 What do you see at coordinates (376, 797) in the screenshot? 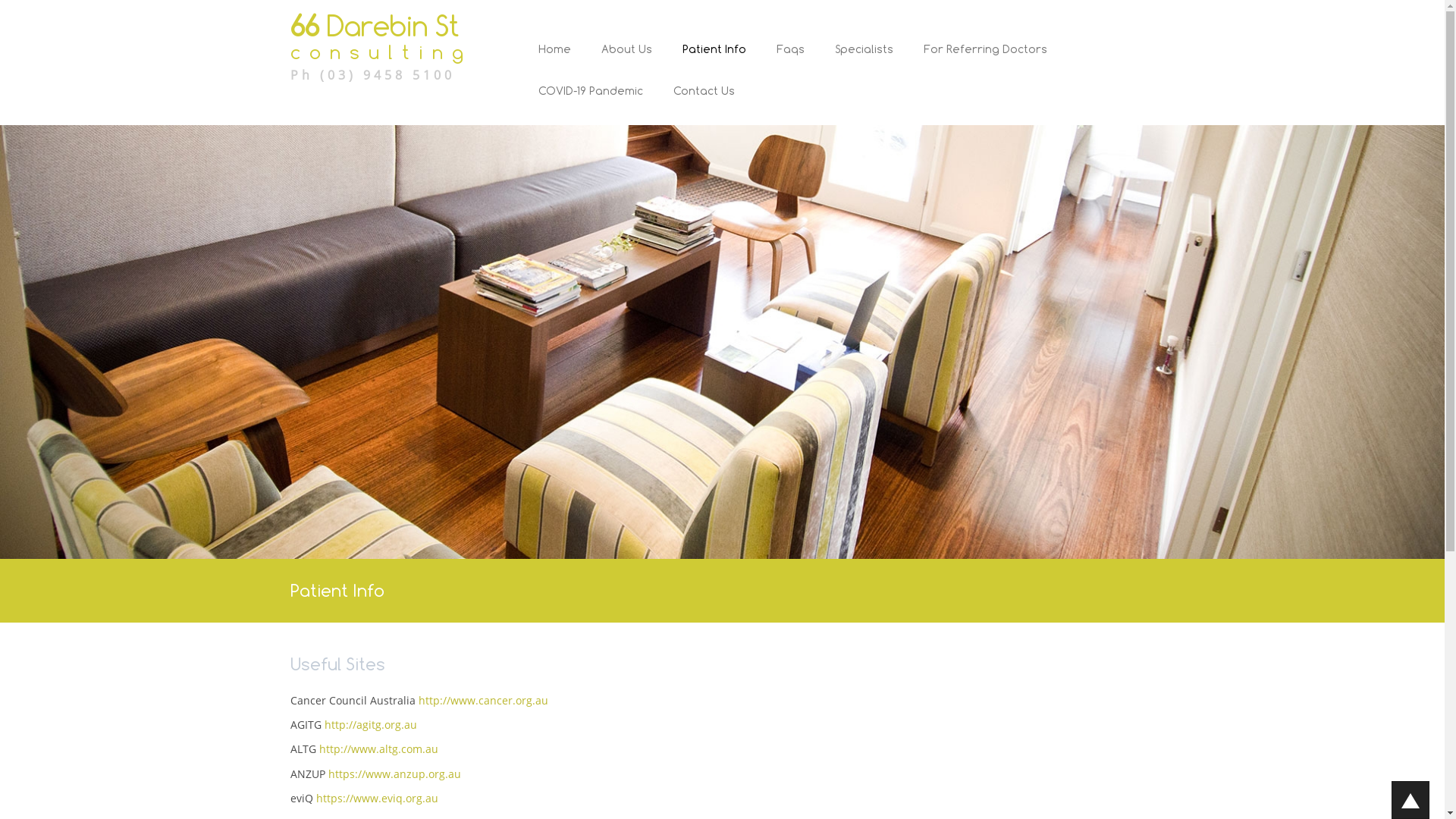
I see `'https://www.eviq.org.au'` at bounding box center [376, 797].